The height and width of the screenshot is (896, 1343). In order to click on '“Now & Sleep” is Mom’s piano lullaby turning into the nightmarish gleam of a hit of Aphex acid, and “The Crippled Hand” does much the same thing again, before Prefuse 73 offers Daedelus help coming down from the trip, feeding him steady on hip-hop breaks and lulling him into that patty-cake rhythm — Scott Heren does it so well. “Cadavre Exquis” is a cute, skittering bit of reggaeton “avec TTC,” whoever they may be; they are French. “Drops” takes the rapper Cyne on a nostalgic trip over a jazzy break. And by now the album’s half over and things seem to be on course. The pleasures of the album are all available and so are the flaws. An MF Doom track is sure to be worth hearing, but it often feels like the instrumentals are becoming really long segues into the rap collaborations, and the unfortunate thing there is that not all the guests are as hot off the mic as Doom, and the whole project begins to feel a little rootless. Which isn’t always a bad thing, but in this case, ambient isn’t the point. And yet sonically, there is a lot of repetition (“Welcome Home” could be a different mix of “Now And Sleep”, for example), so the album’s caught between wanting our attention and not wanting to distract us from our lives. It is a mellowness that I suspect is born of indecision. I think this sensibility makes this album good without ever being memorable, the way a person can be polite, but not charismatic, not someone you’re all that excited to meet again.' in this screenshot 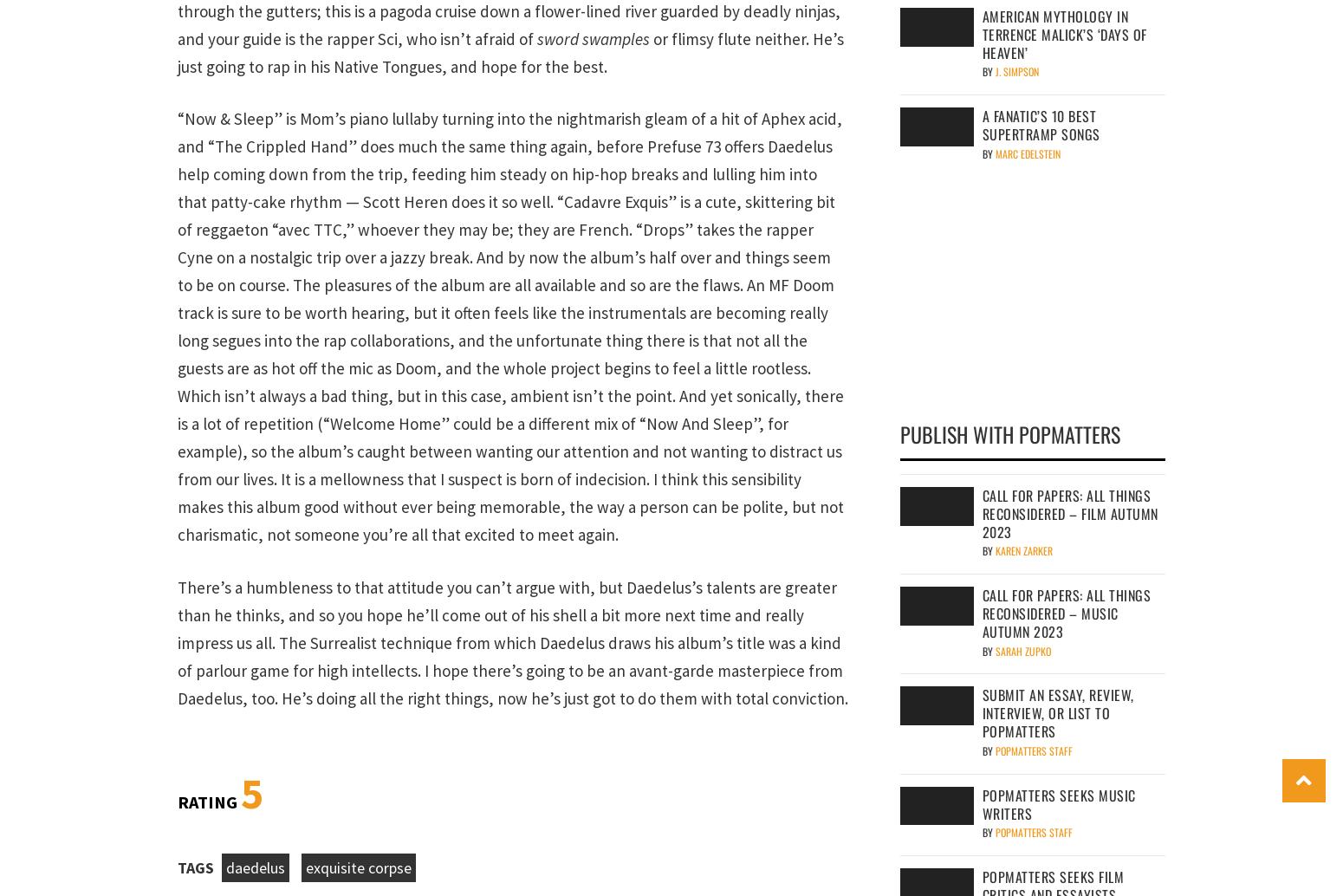, I will do `click(510, 325)`.